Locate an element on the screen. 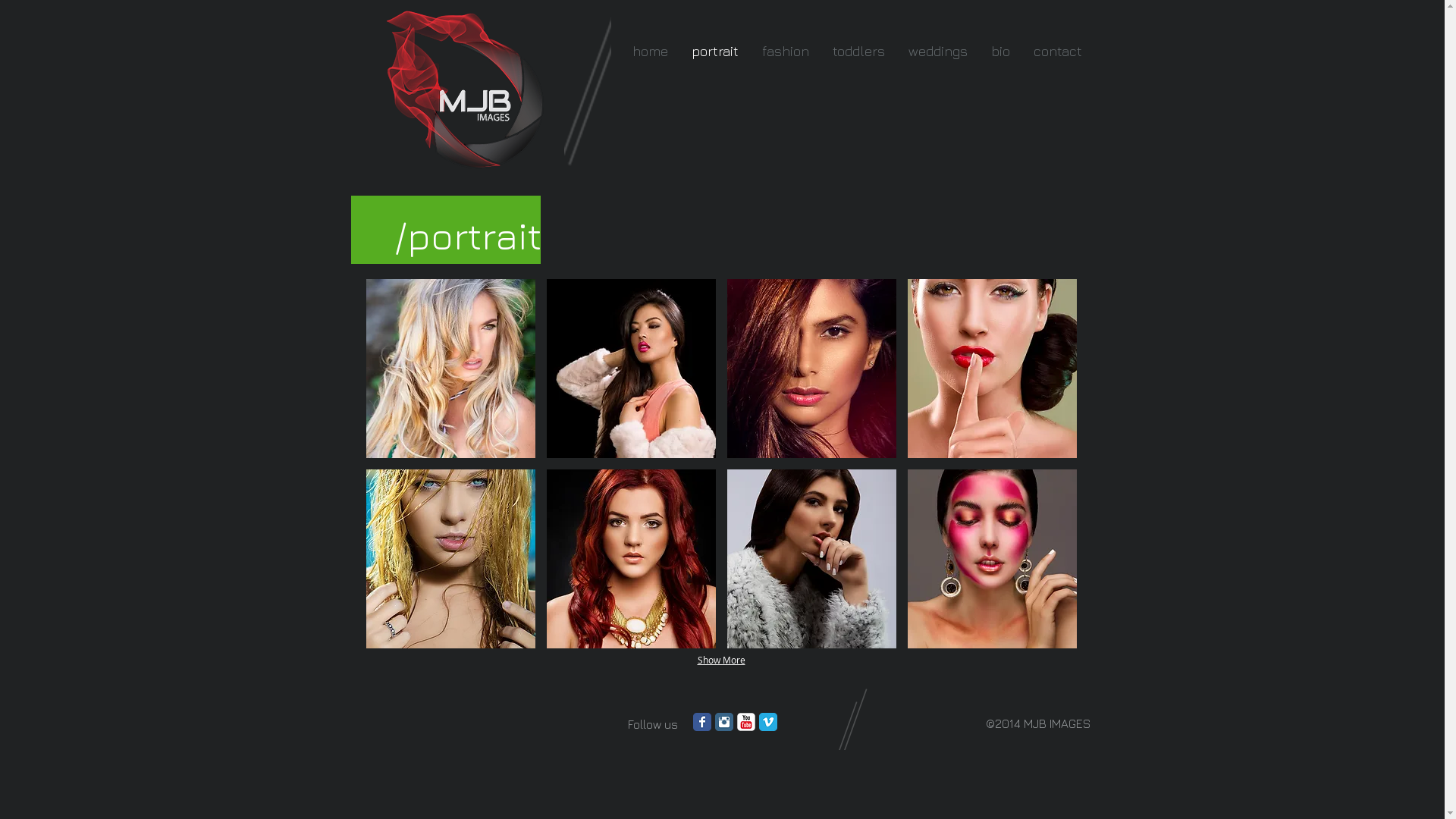 Image resolution: width=1456 pixels, height=819 pixels. 'Show More' is located at coordinates (689, 660).